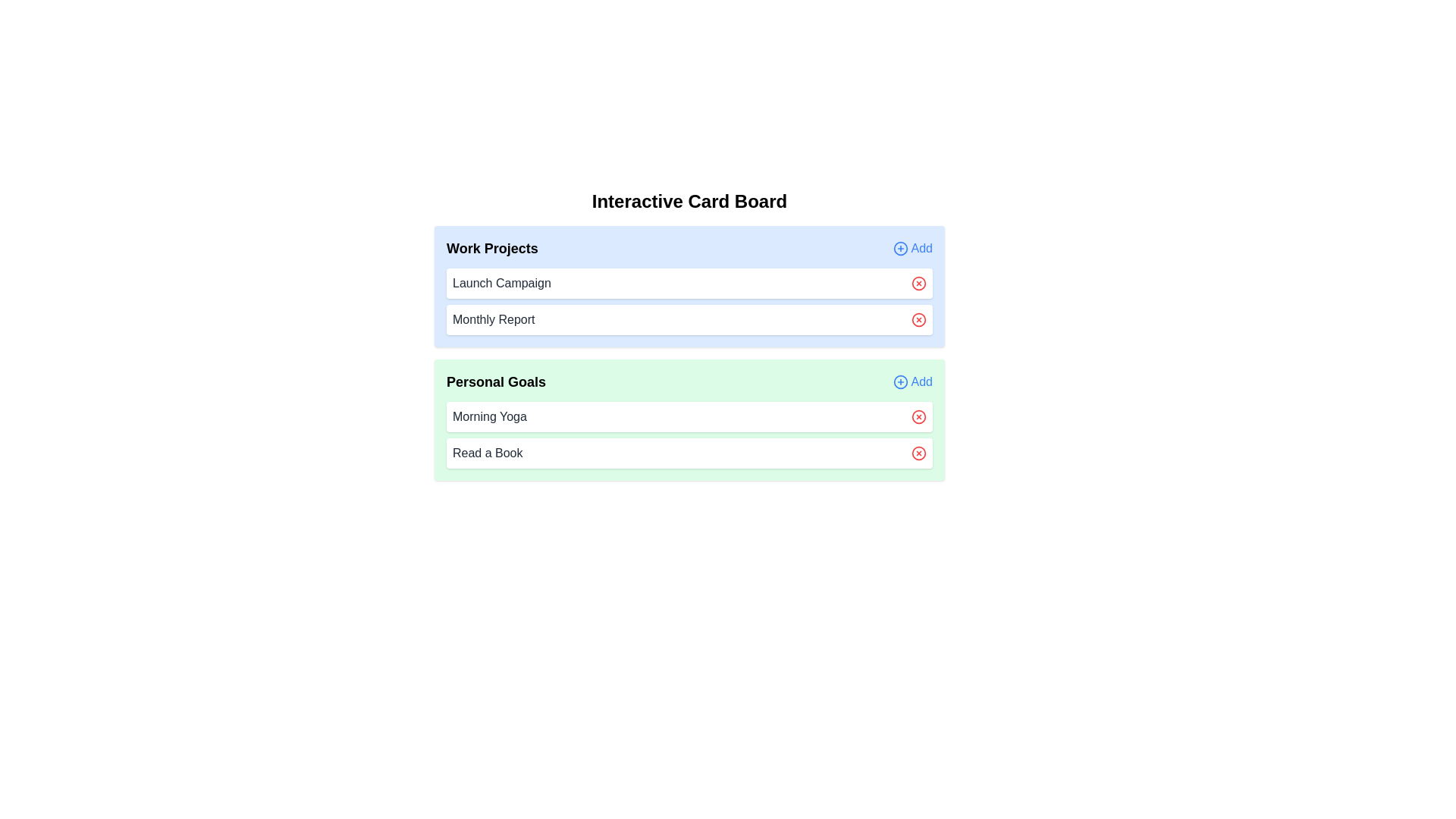  What do you see at coordinates (918, 452) in the screenshot?
I see `the red 'X' button next to the task 'Read a Book' in the category 'Personal Goals'` at bounding box center [918, 452].